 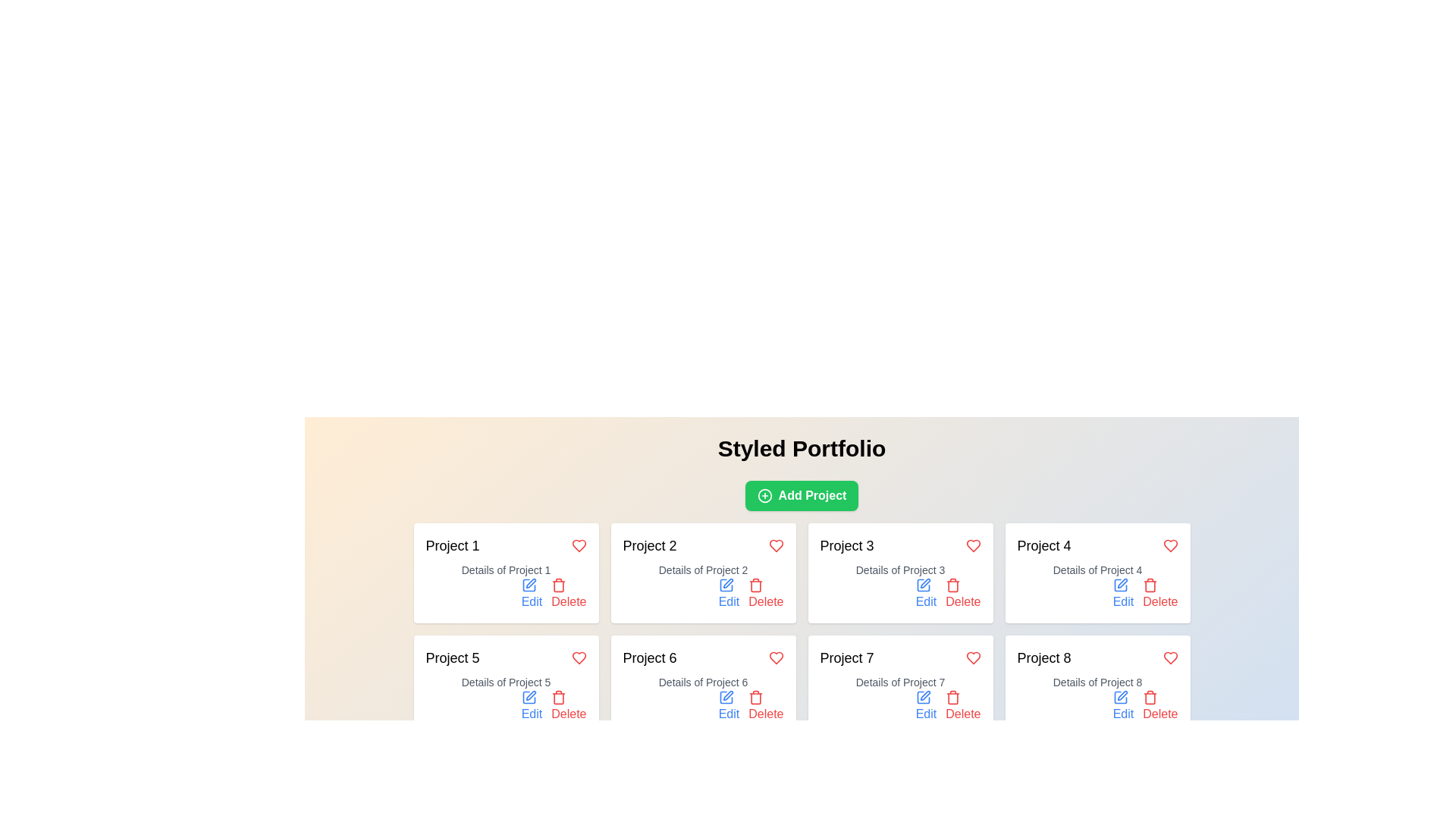 What do you see at coordinates (900, 570) in the screenshot?
I see `the text label providing details for 'Project 3', located in the third card of the grid layout, positioned below the 'Project 3' title` at bounding box center [900, 570].